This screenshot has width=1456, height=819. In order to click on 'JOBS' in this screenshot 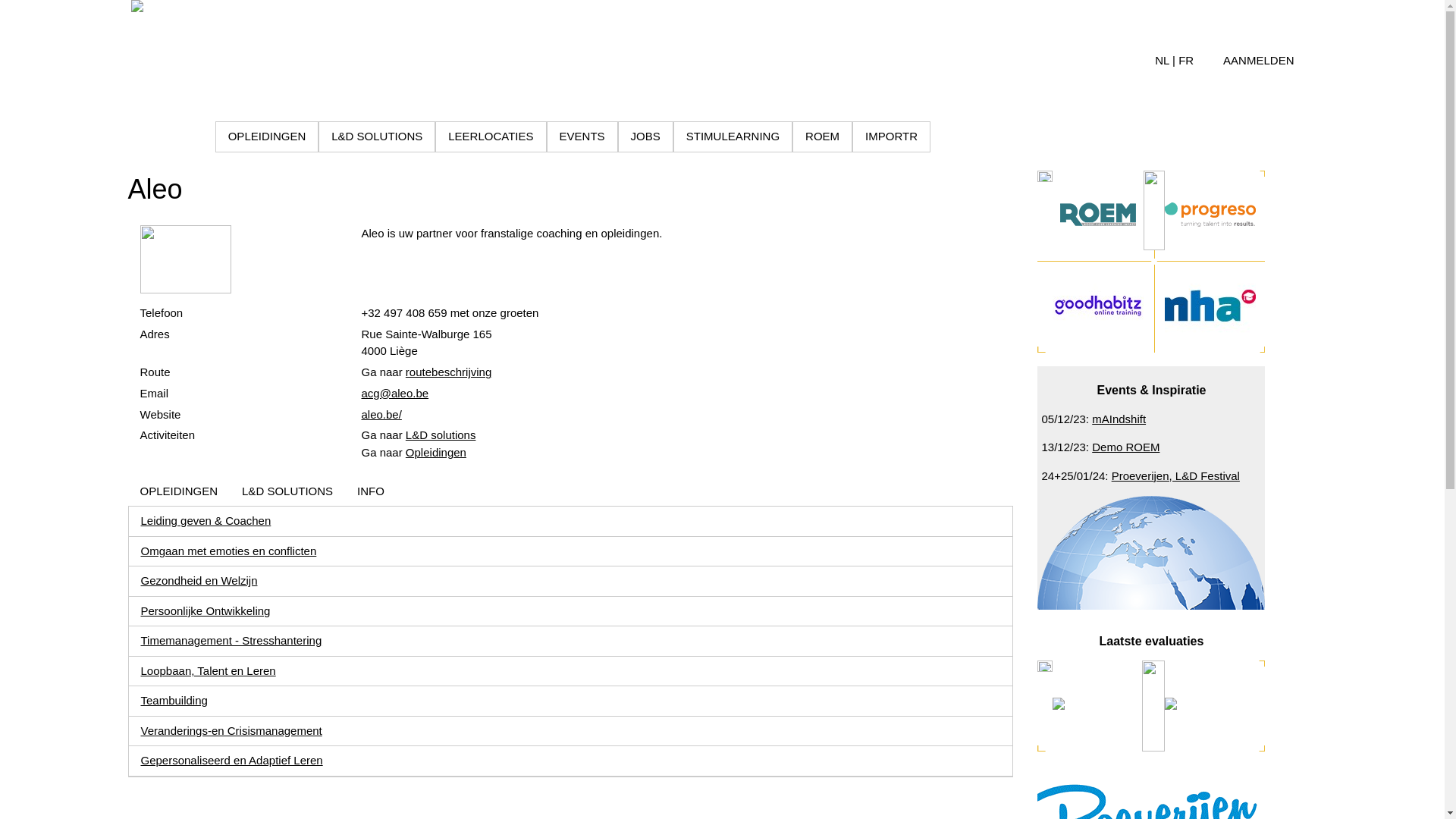, I will do `click(645, 136)`.